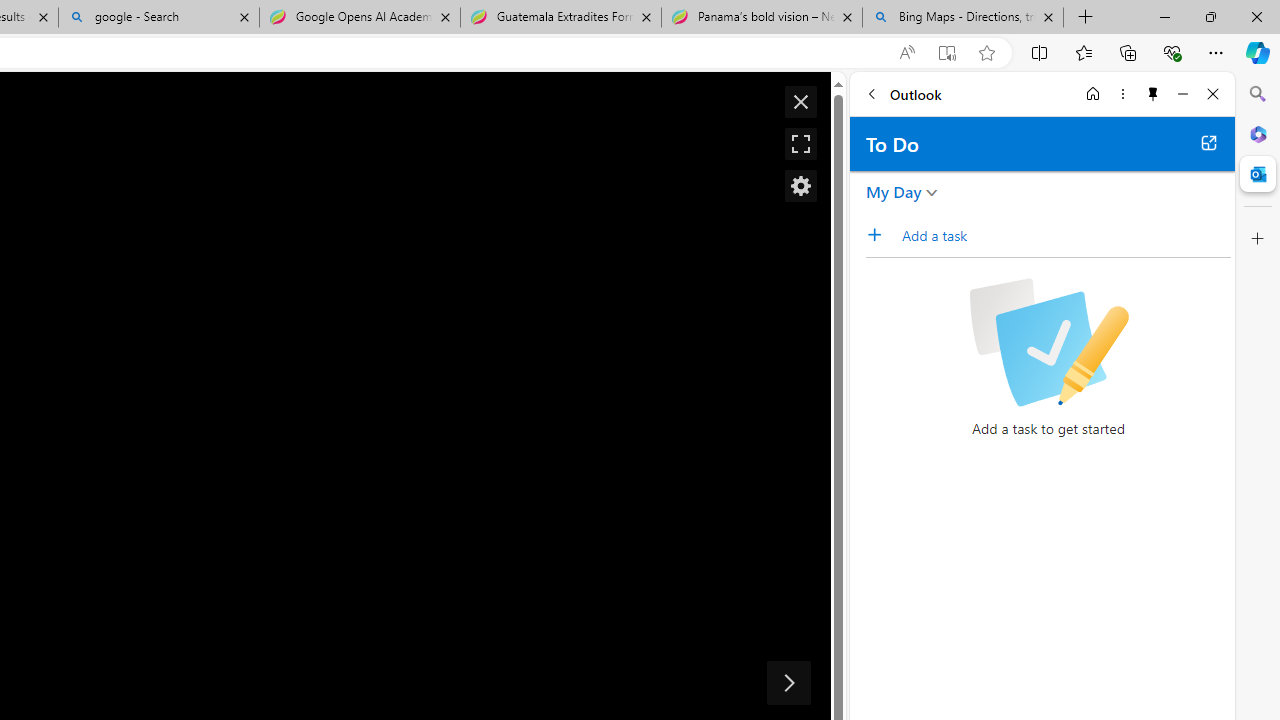  I want to click on 'Add a task', so click(1064, 234).